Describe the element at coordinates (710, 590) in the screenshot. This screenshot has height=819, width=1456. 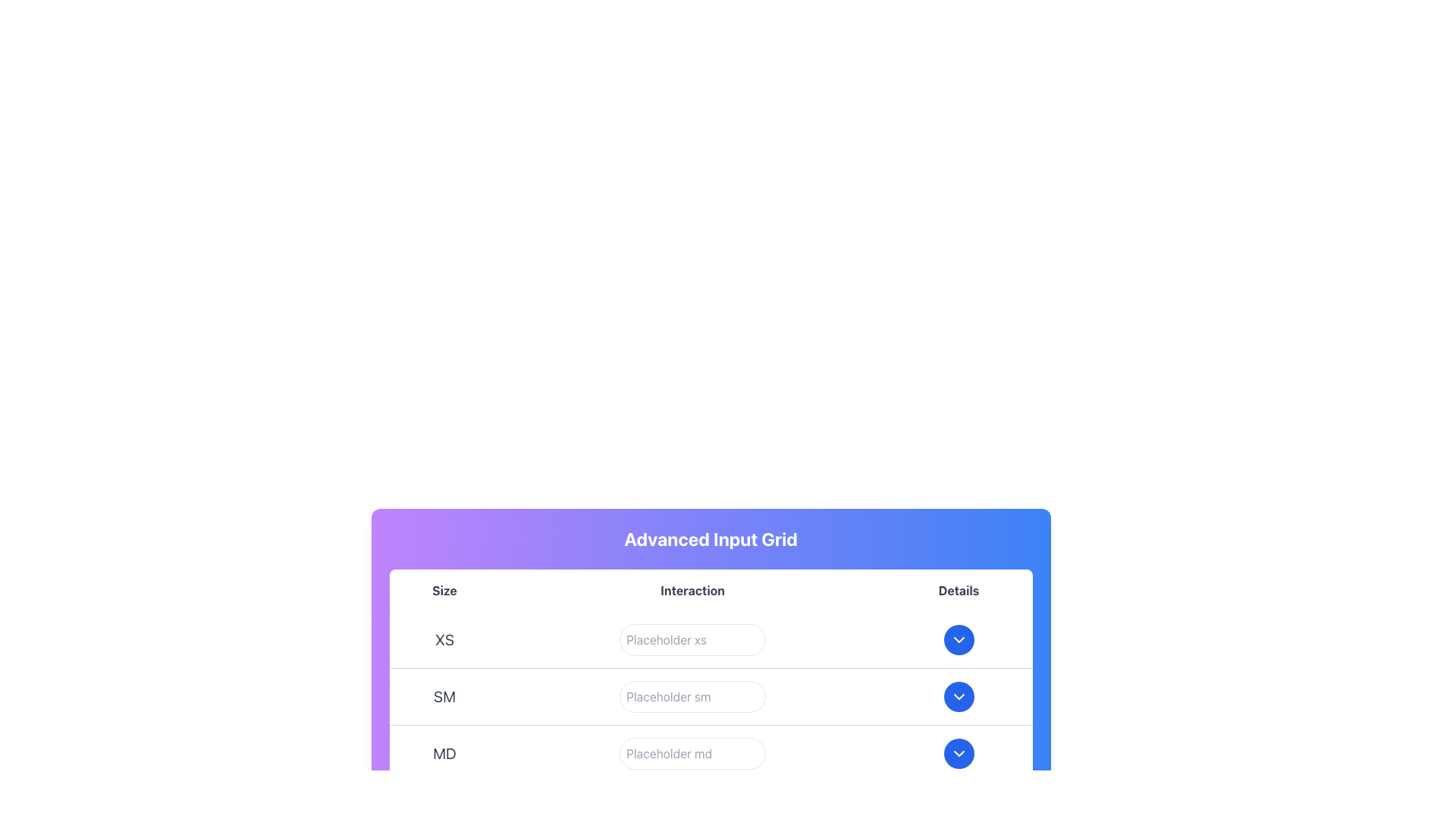
I see `the text label containing 'Interaction' which is positioned centrally between 'Size' and 'Details' in a row of three text elements` at that location.